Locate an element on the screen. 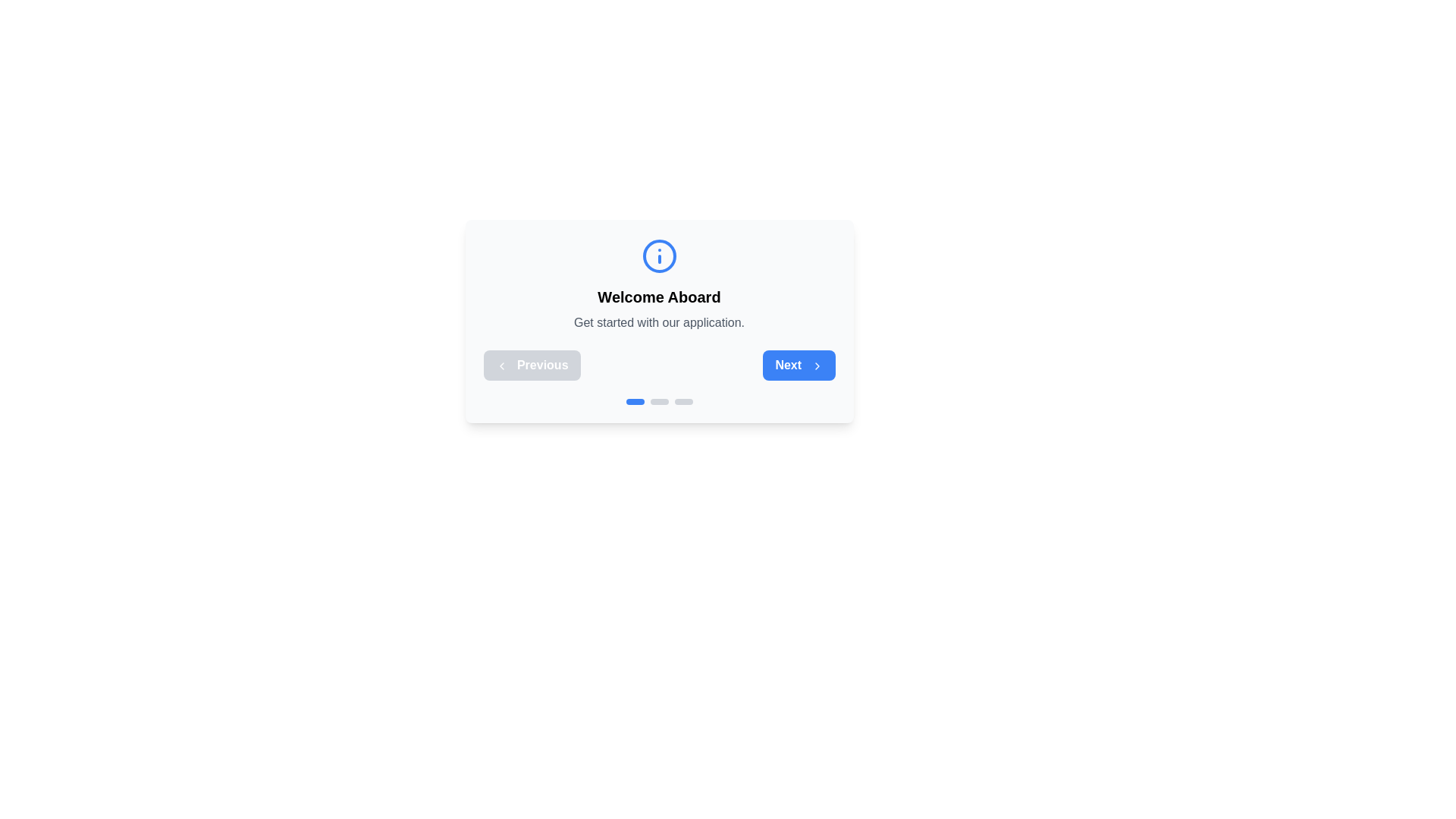 The width and height of the screenshot is (1456, 819). the circular icon with a blue border and 'i' symbol, which is located above the 'Welcome Aboard' heading is located at coordinates (659, 256).